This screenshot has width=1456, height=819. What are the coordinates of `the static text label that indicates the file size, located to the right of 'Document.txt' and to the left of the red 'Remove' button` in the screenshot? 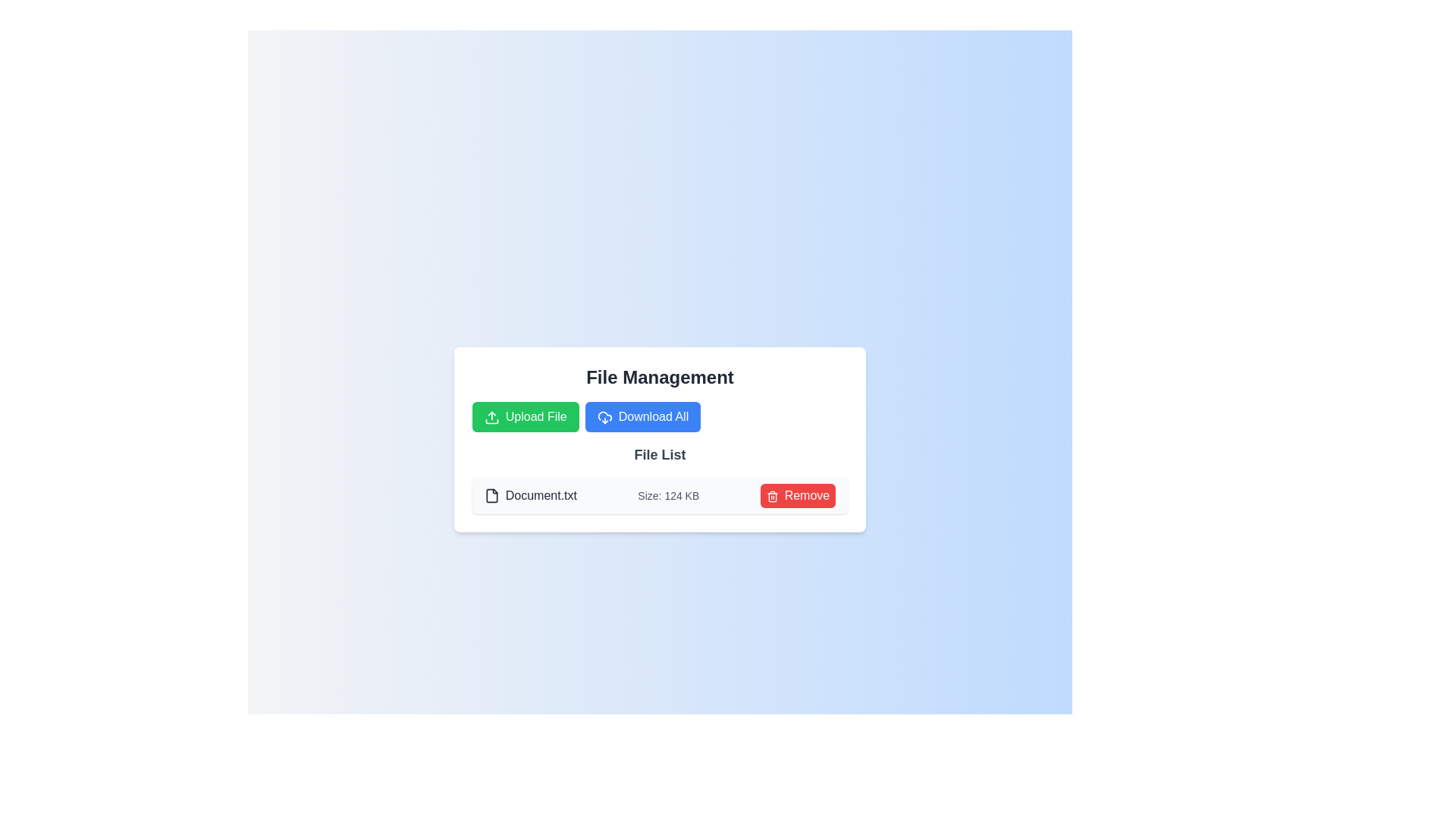 It's located at (667, 496).